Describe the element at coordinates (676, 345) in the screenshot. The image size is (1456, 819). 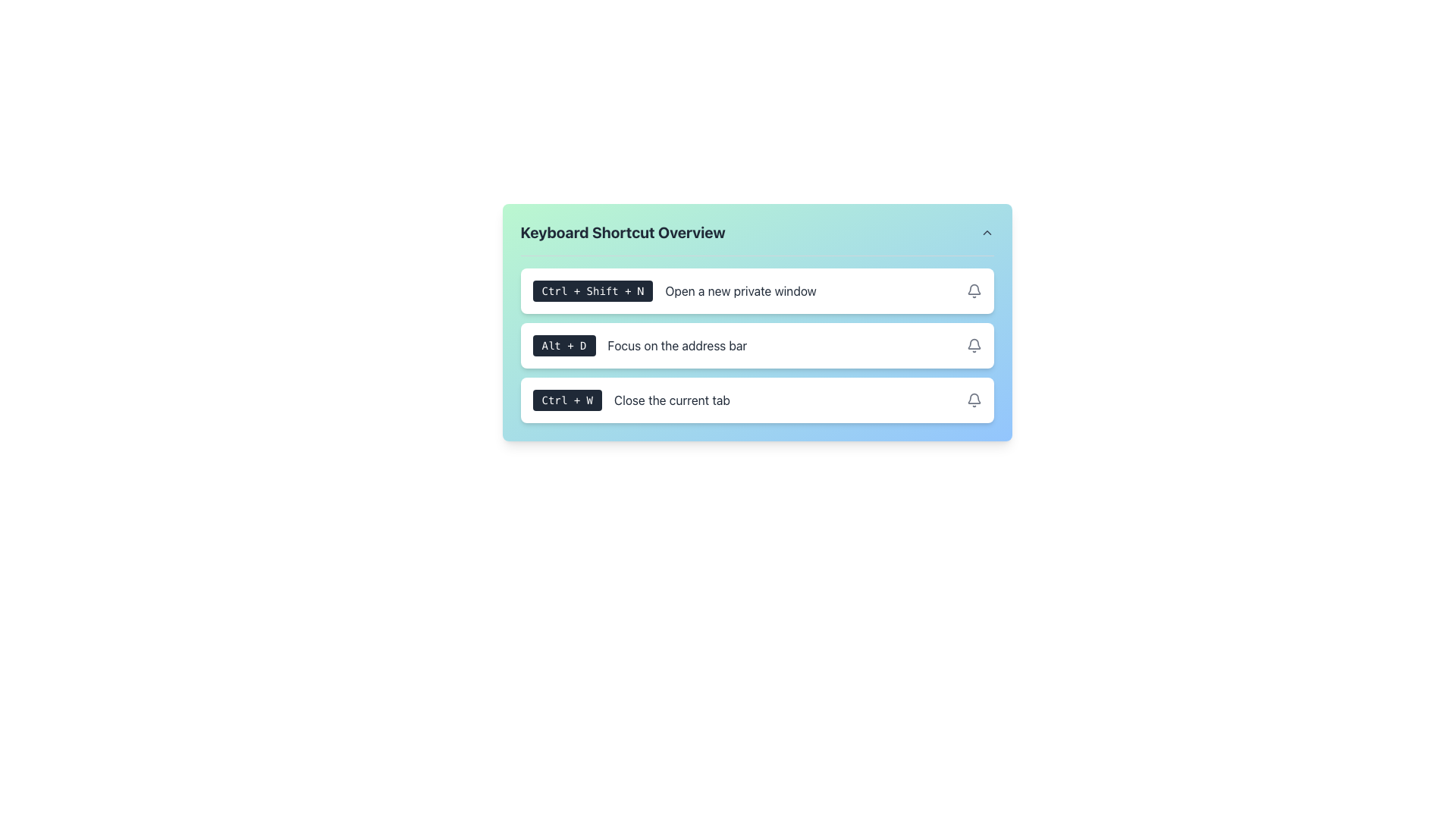
I see `the text label displaying 'Focus on the address bar', which is styled in gray and positioned to the right of a button showing 'Alt + D'` at that location.